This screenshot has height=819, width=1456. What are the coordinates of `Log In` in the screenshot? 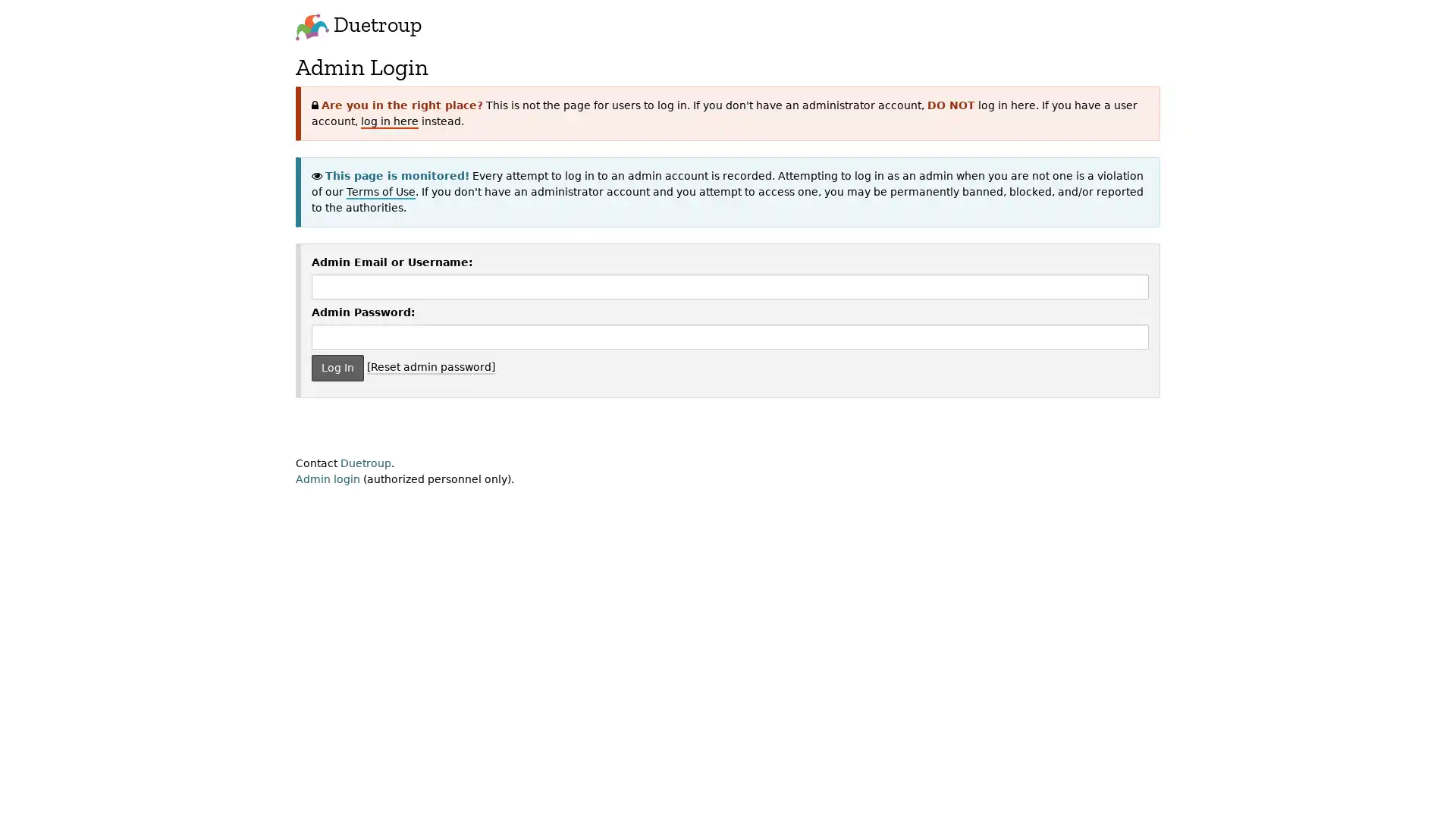 It's located at (337, 367).